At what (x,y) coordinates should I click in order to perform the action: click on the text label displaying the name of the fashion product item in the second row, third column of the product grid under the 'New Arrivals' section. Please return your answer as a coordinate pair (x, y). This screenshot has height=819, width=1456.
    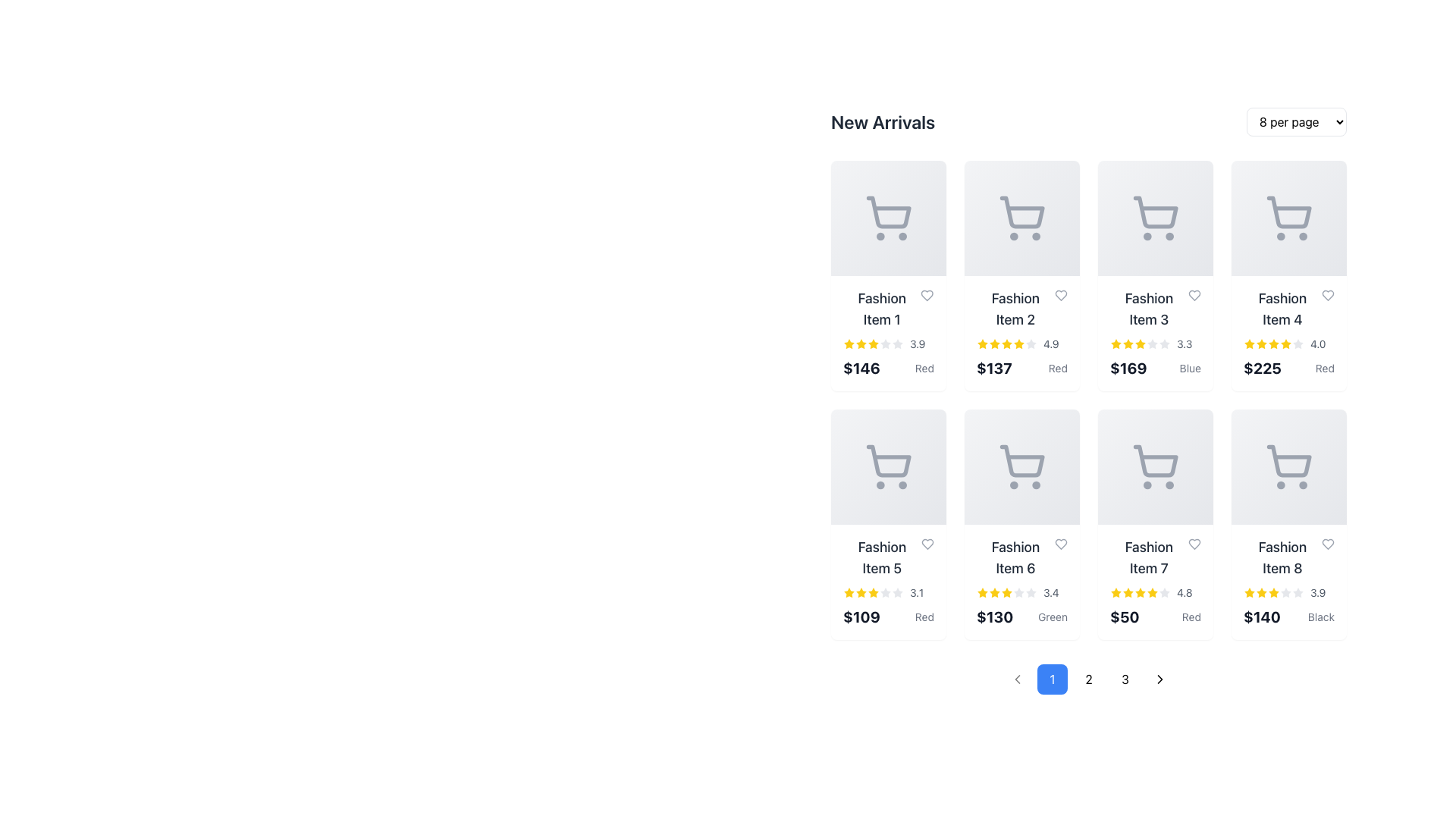
    Looking at the image, I should click on (1149, 558).